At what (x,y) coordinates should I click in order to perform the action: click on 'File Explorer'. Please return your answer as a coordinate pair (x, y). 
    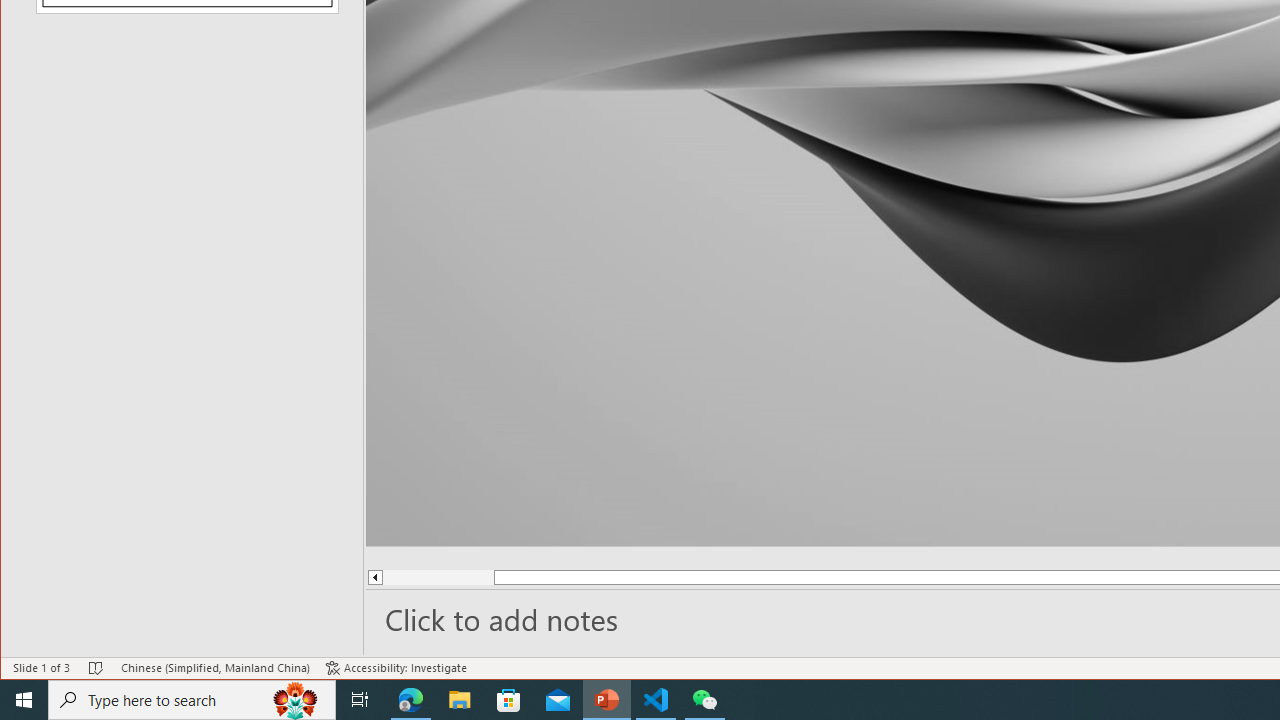
    Looking at the image, I should click on (459, 698).